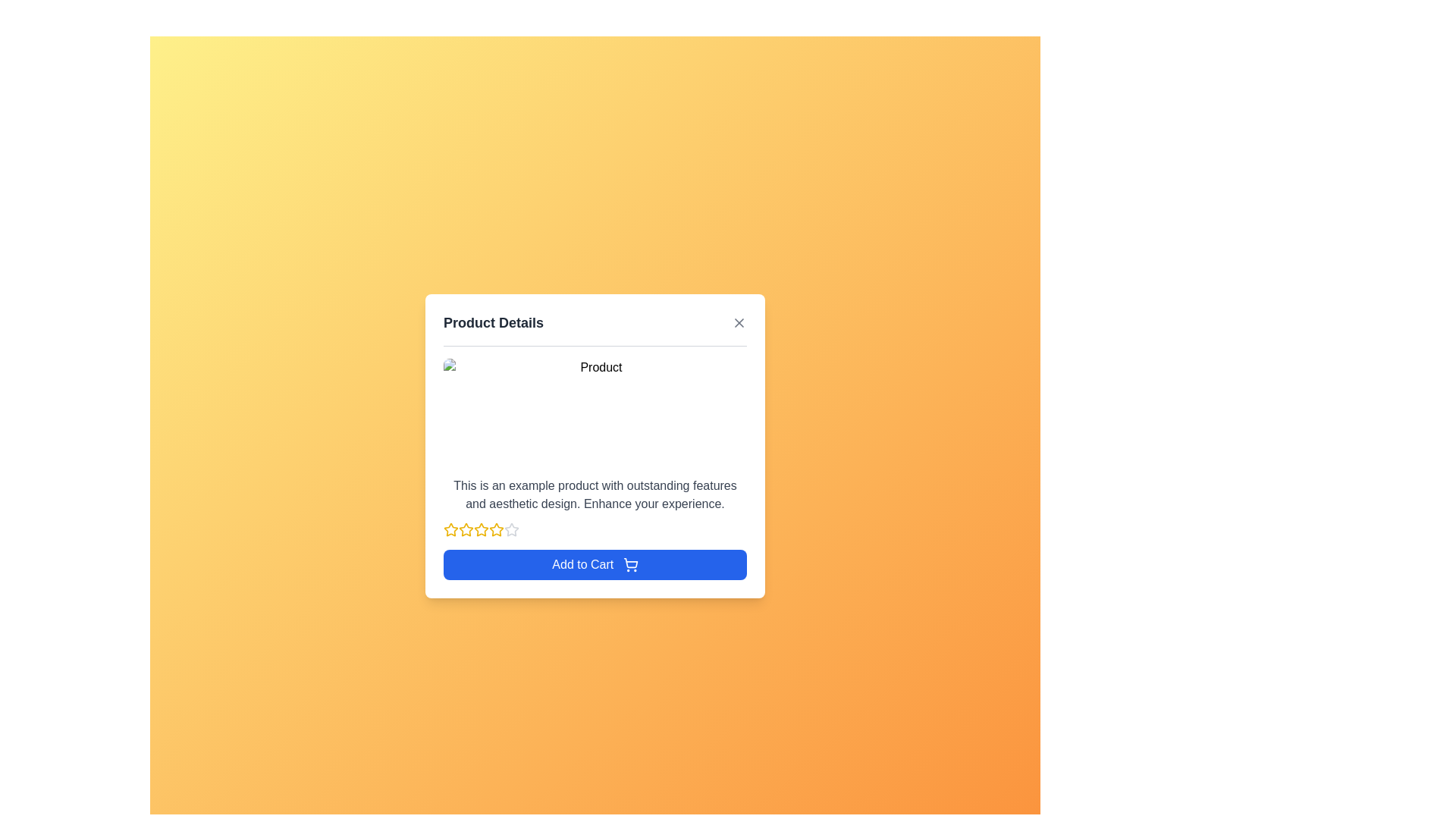 The width and height of the screenshot is (1456, 819). Describe the element at coordinates (595, 529) in the screenshot. I see `the Rating display component, which consists of five star icons, four filled in yellow and one outlined in gray, located in the 'Product Details' section` at that location.